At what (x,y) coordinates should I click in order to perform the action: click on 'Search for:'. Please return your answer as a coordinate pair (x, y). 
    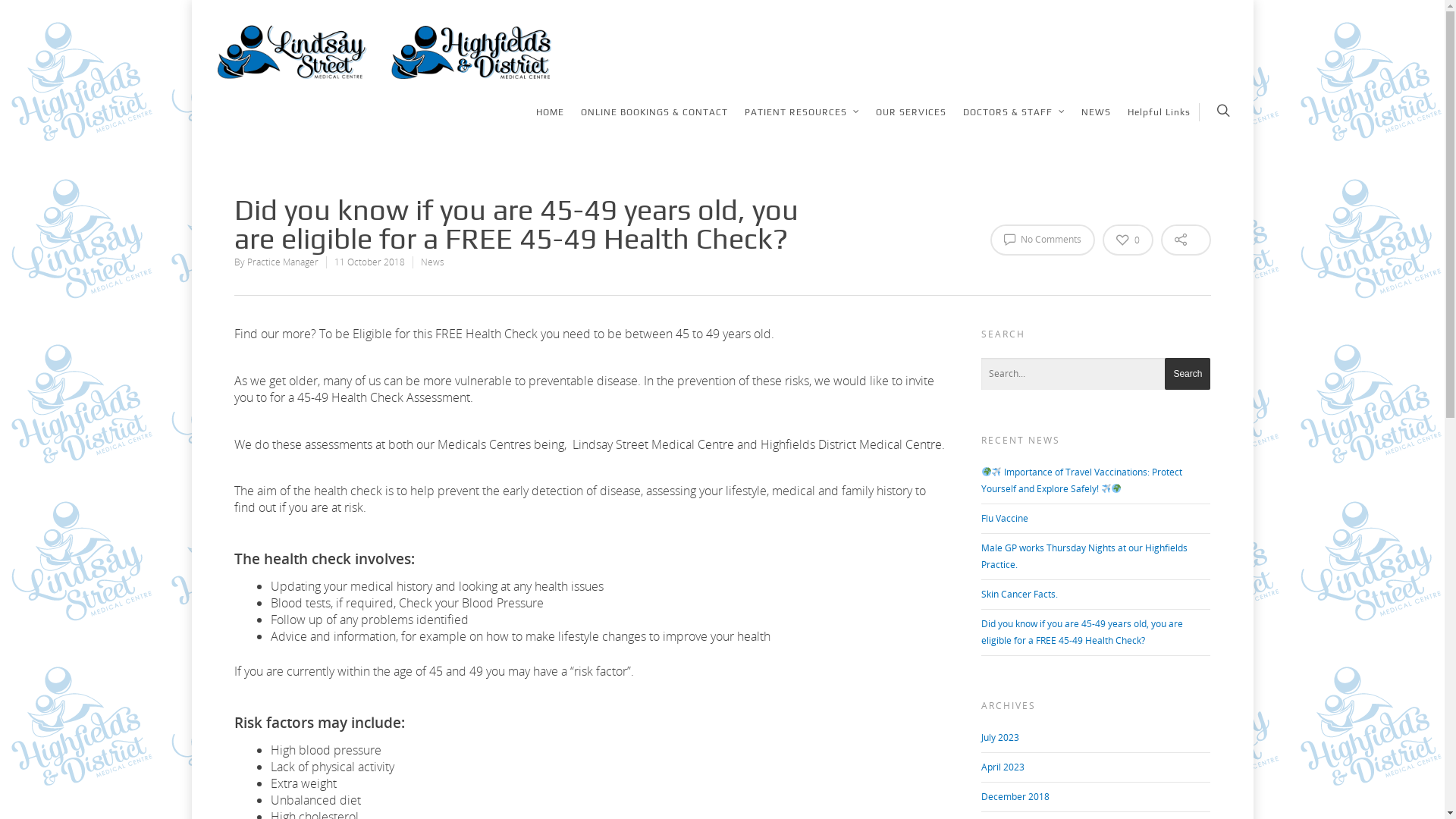
    Looking at the image, I should click on (1096, 374).